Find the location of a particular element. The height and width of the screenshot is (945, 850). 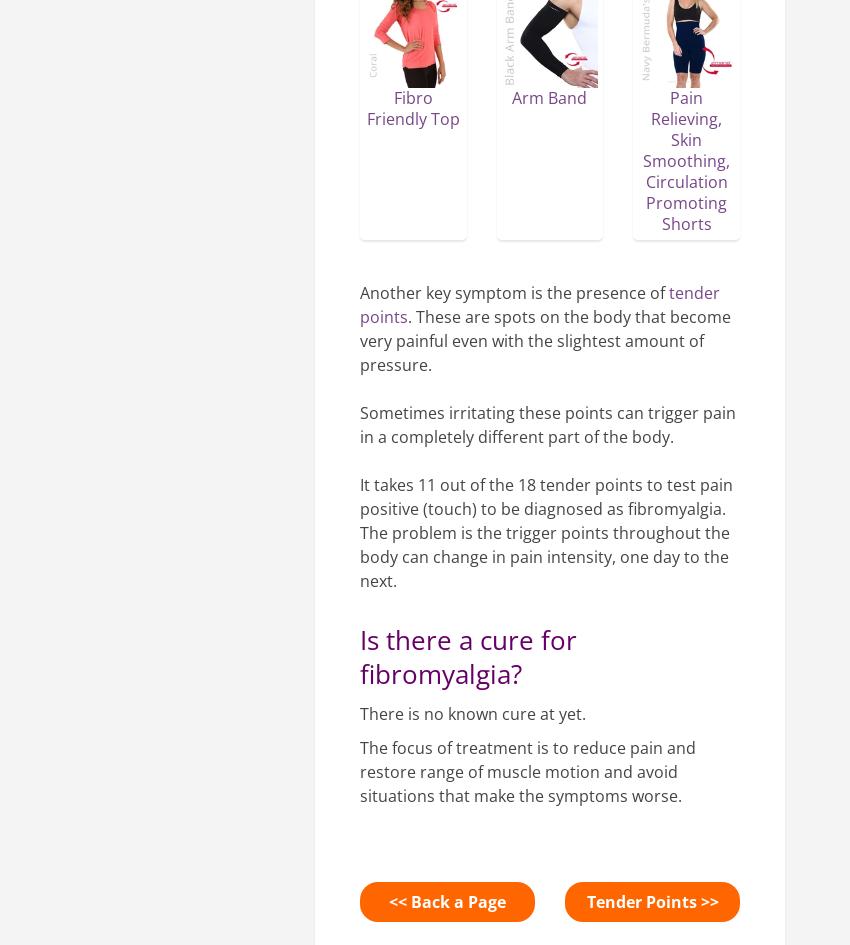

'tender points' is located at coordinates (539, 305).